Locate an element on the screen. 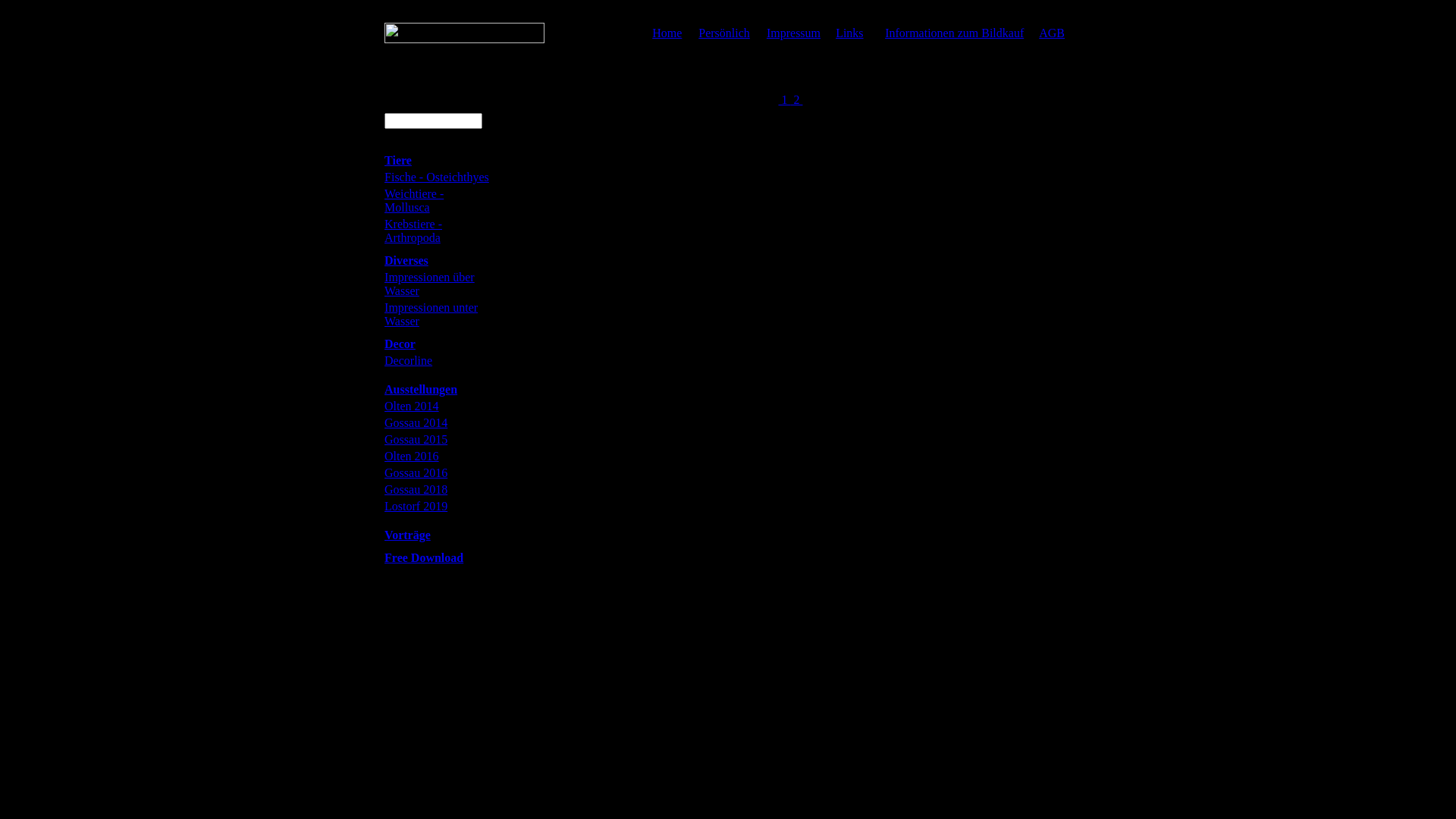 The image size is (1456, 819). 'Decorline' is located at coordinates (384, 360).